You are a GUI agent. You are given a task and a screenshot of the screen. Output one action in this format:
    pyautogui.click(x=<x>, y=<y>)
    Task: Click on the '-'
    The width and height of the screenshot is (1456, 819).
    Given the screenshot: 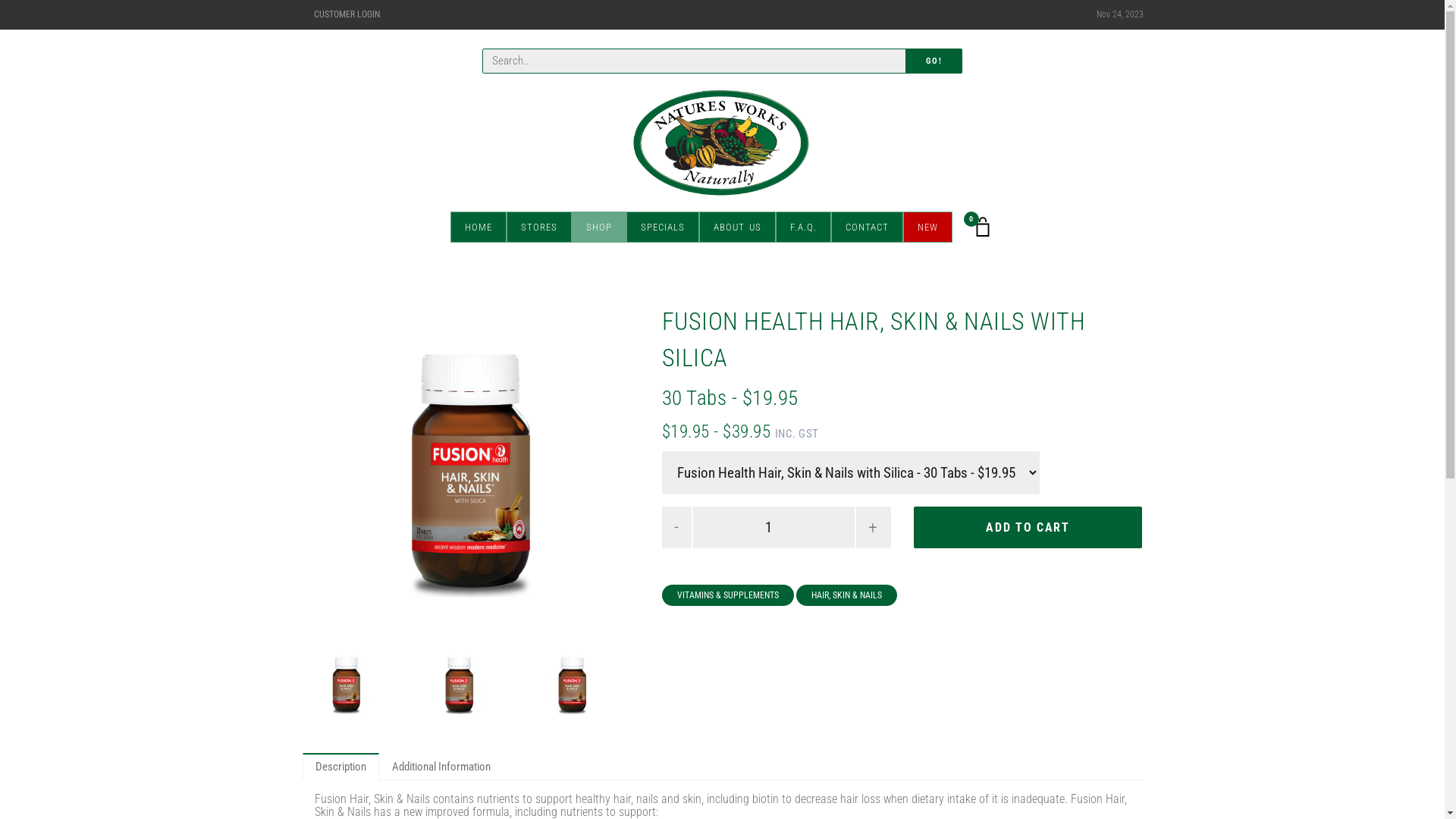 What is the action you would take?
    pyautogui.click(x=676, y=526)
    